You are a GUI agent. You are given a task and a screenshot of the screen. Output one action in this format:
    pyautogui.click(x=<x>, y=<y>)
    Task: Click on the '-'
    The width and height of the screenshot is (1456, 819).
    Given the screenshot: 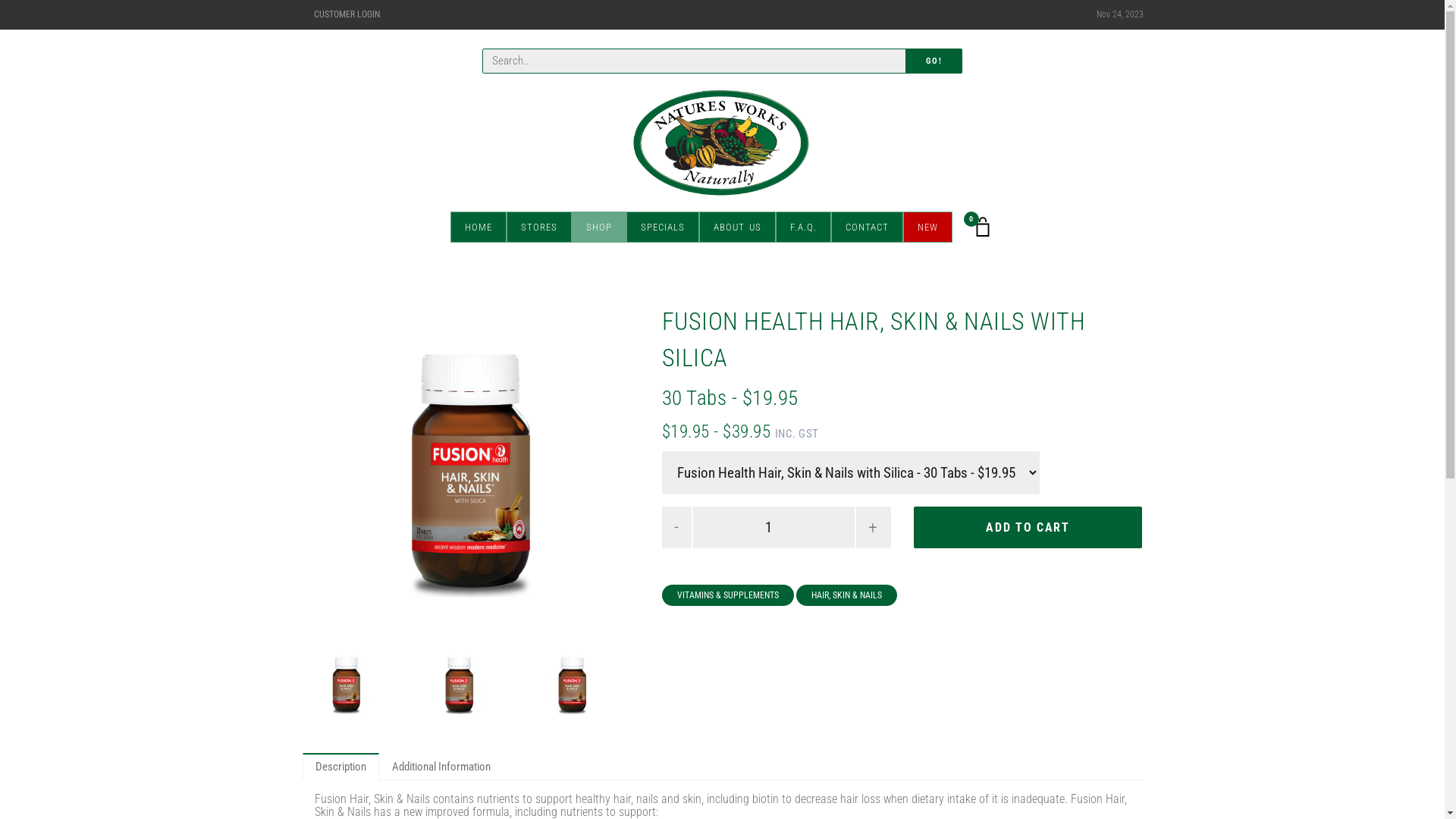 What is the action you would take?
    pyautogui.click(x=676, y=526)
    